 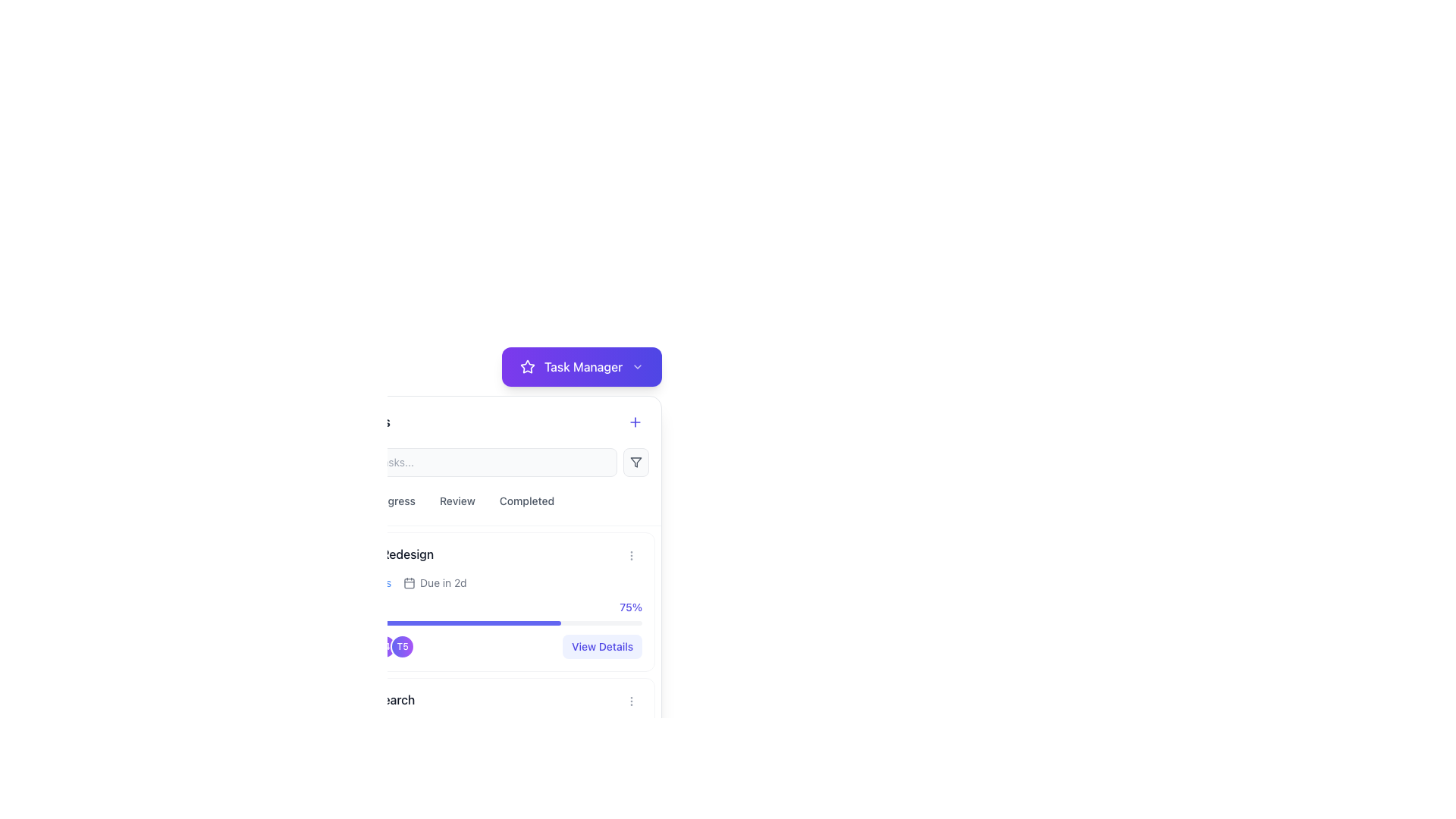 I want to click on the first circular badge labeled 'T1' with a gradient background transitioning from indigo to purple, located at the bottom of the interface, so click(x=329, y=646).